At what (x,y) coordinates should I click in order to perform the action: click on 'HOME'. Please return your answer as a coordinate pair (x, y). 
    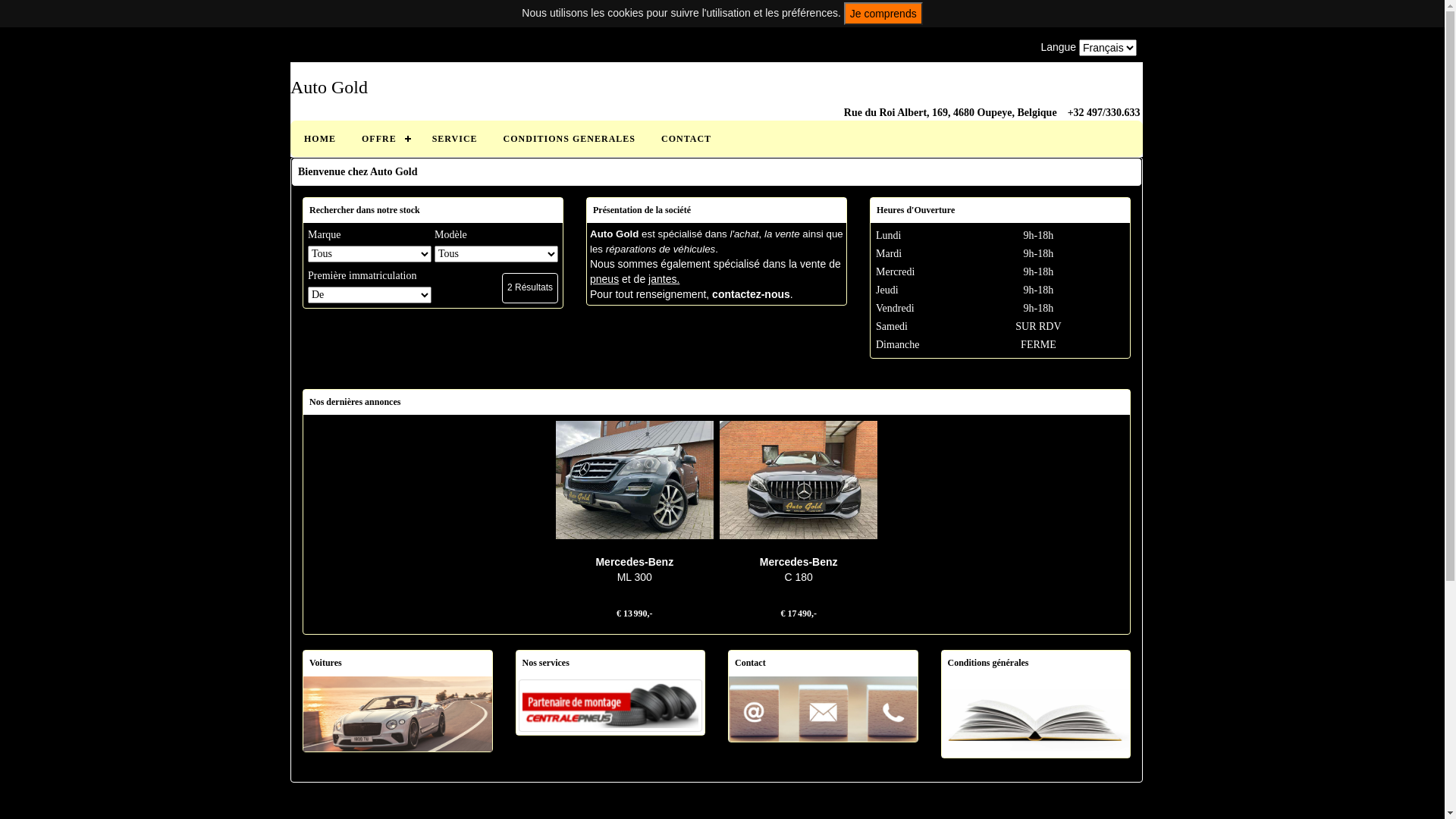
    Looking at the image, I should click on (319, 138).